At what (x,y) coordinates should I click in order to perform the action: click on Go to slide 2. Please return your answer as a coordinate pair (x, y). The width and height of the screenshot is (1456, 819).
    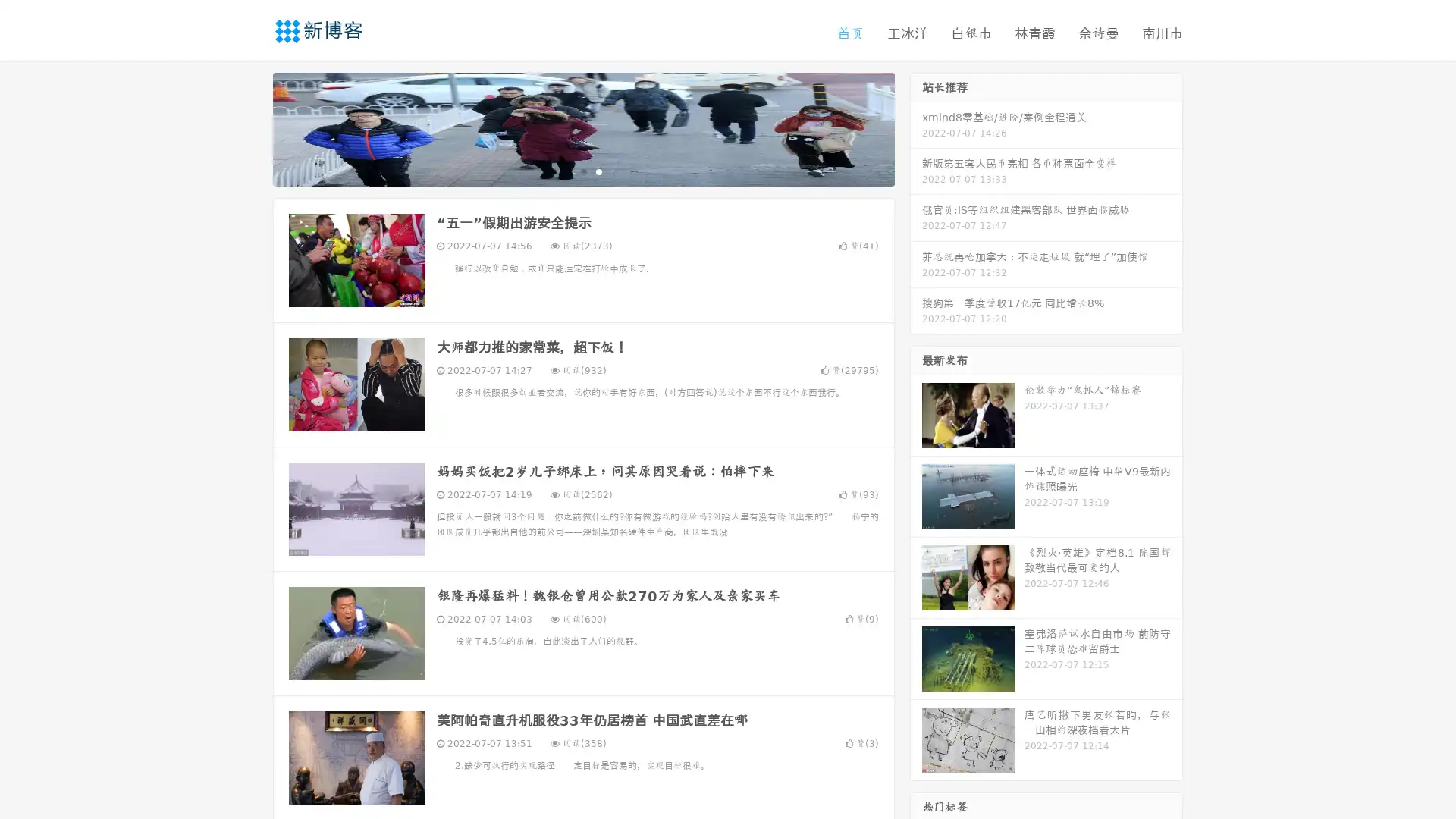
    Looking at the image, I should click on (582, 171).